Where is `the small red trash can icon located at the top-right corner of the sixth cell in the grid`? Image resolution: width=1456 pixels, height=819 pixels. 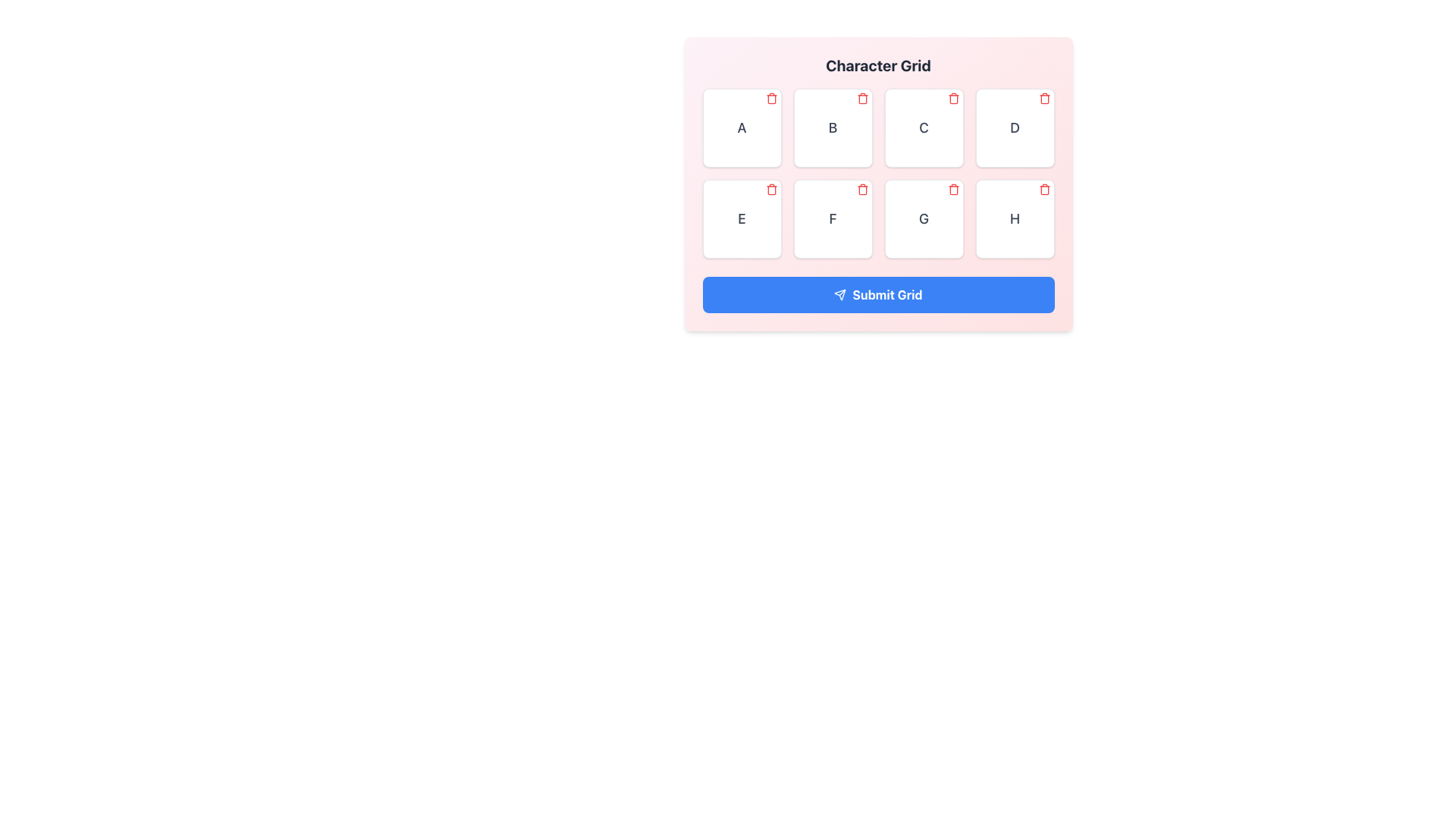 the small red trash can icon located at the top-right corner of the sixth cell in the grid is located at coordinates (862, 189).